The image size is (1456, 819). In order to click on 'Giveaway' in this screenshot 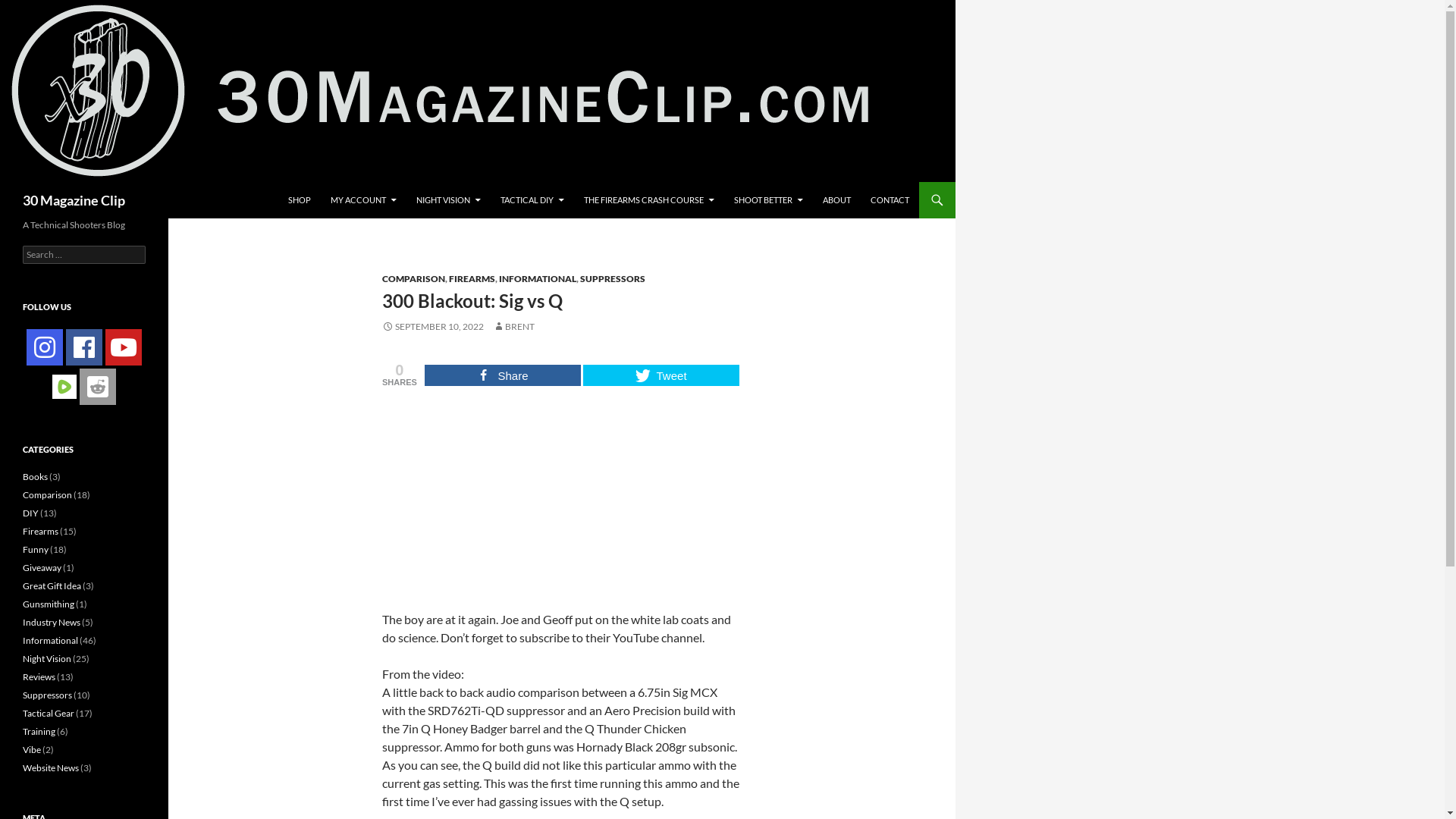, I will do `click(42, 567)`.